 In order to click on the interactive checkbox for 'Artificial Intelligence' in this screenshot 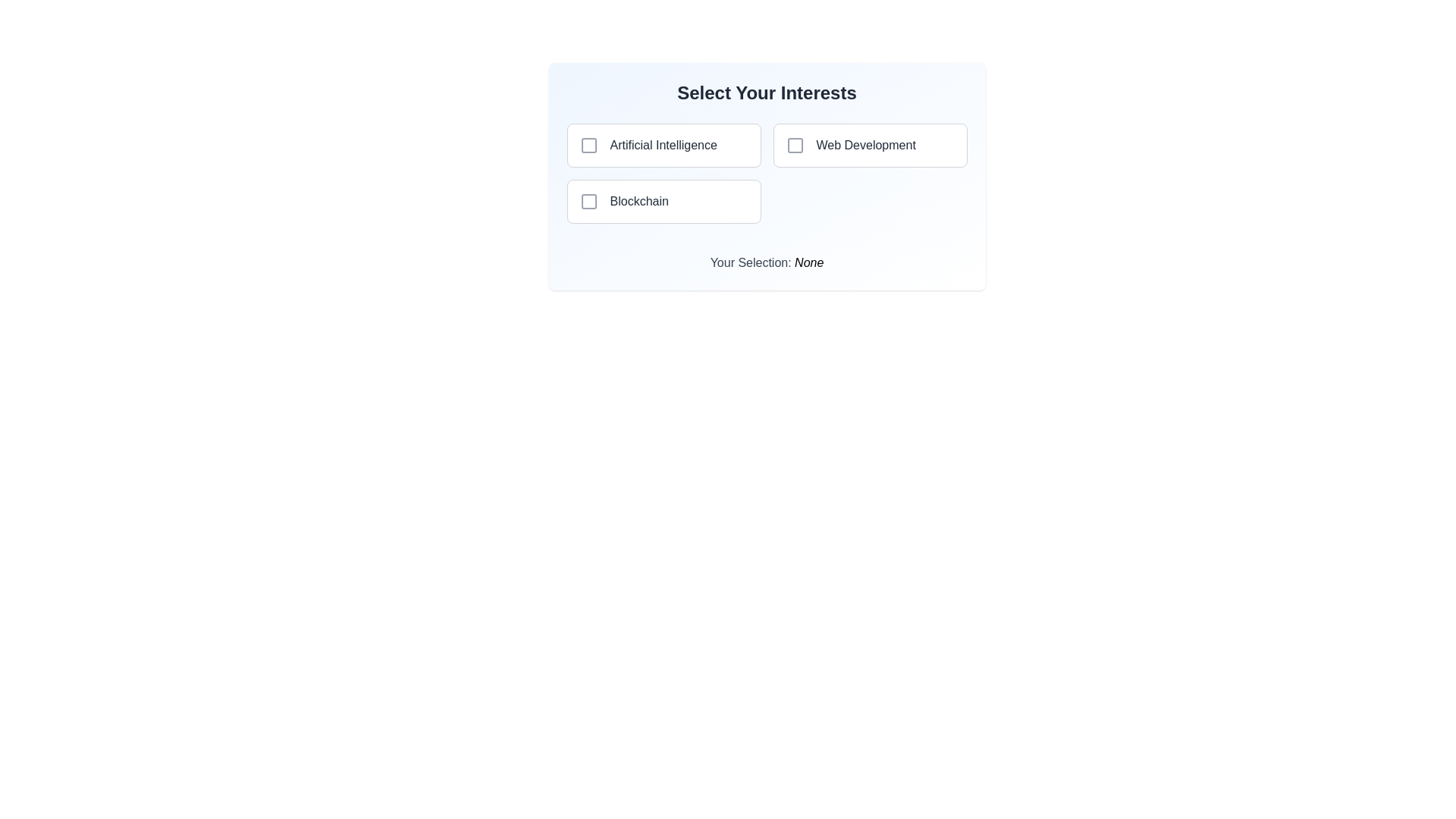, I will do `click(588, 146)`.